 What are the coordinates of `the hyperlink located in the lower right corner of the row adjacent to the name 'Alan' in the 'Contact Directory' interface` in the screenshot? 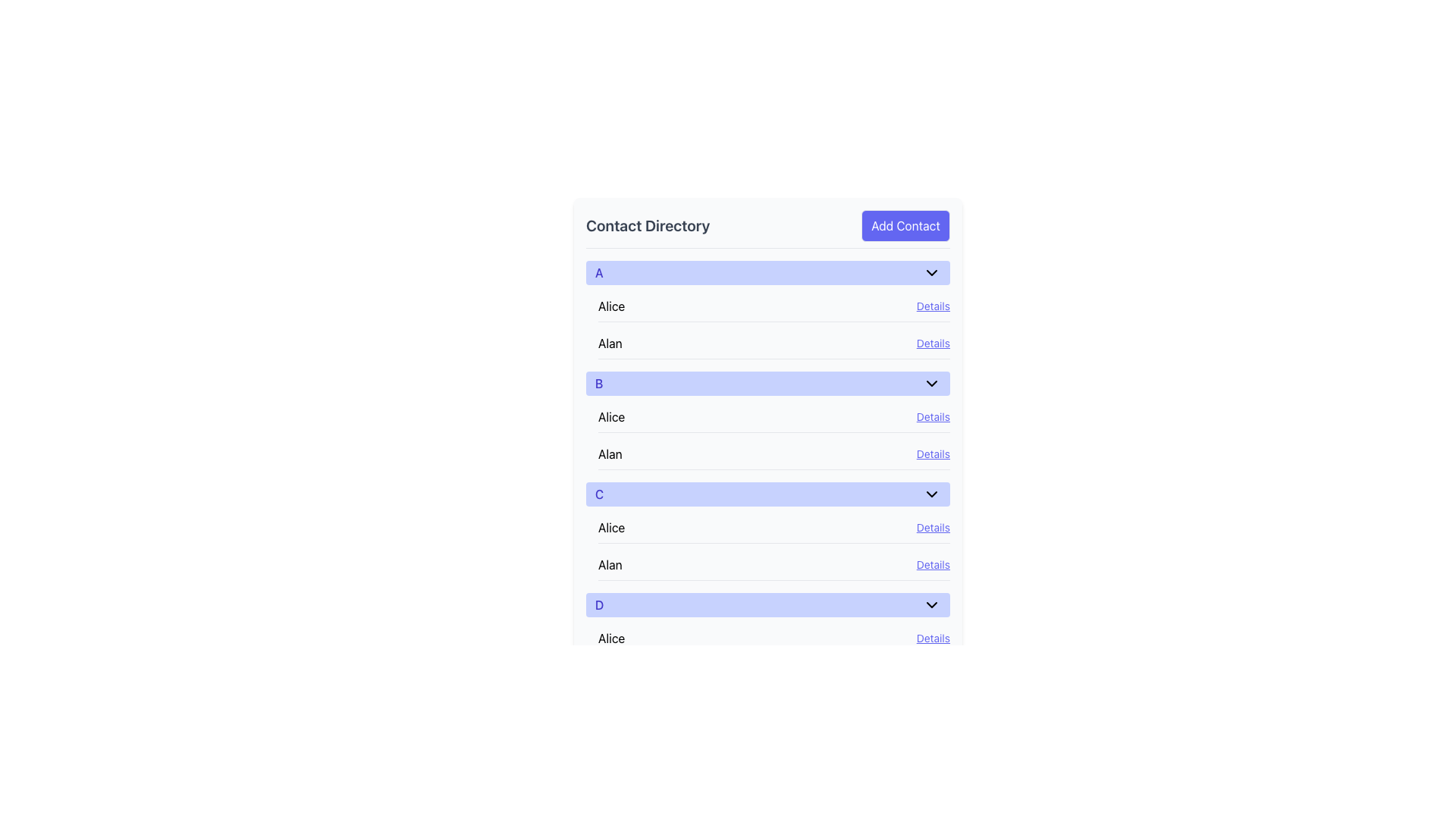 It's located at (931, 453).